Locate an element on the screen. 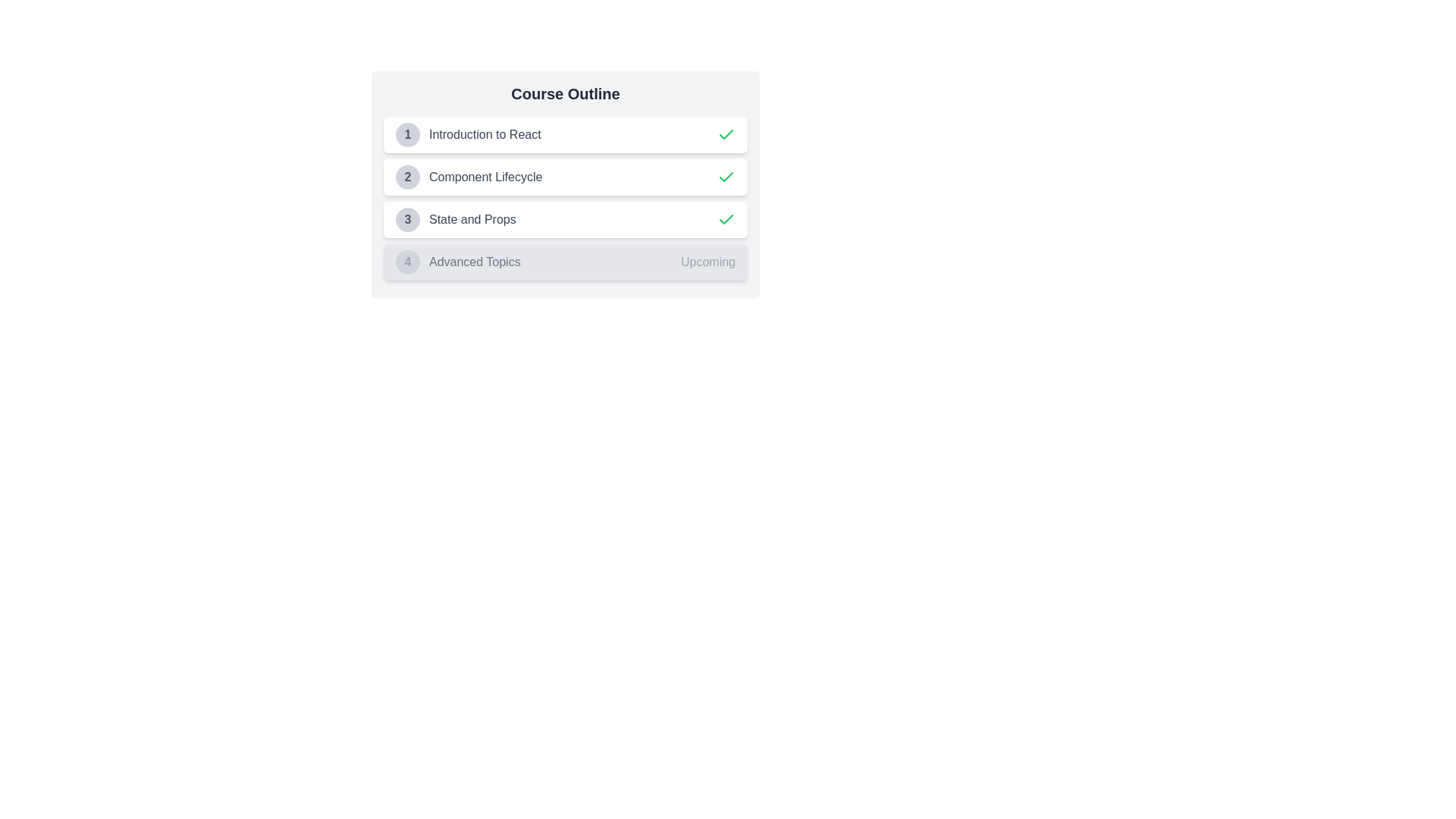  the completed module titled 'Component Lifecycle' in the course outline is located at coordinates (564, 177).